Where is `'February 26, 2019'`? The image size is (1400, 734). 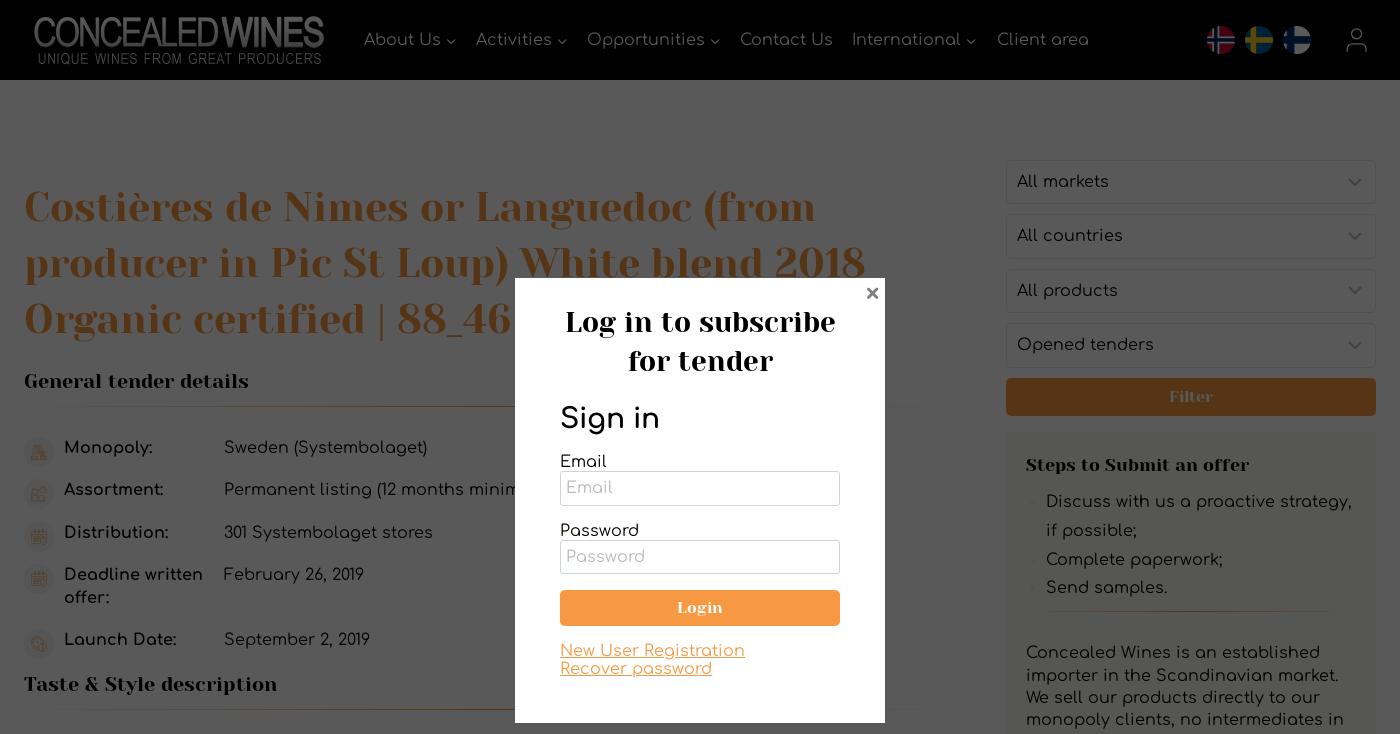
'February 26, 2019' is located at coordinates (294, 575).